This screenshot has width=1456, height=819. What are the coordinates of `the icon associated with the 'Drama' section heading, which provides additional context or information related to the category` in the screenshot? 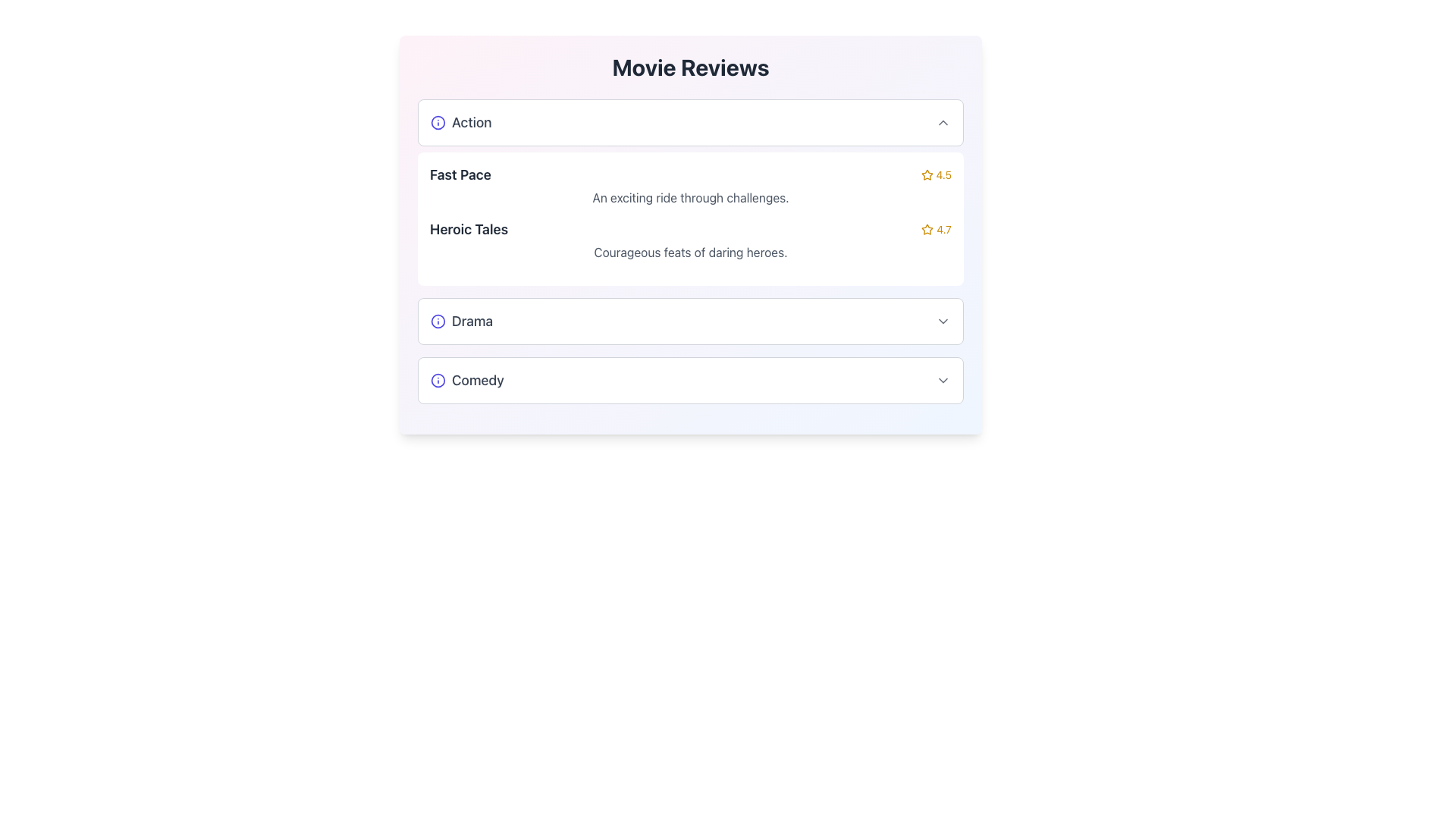 It's located at (437, 379).